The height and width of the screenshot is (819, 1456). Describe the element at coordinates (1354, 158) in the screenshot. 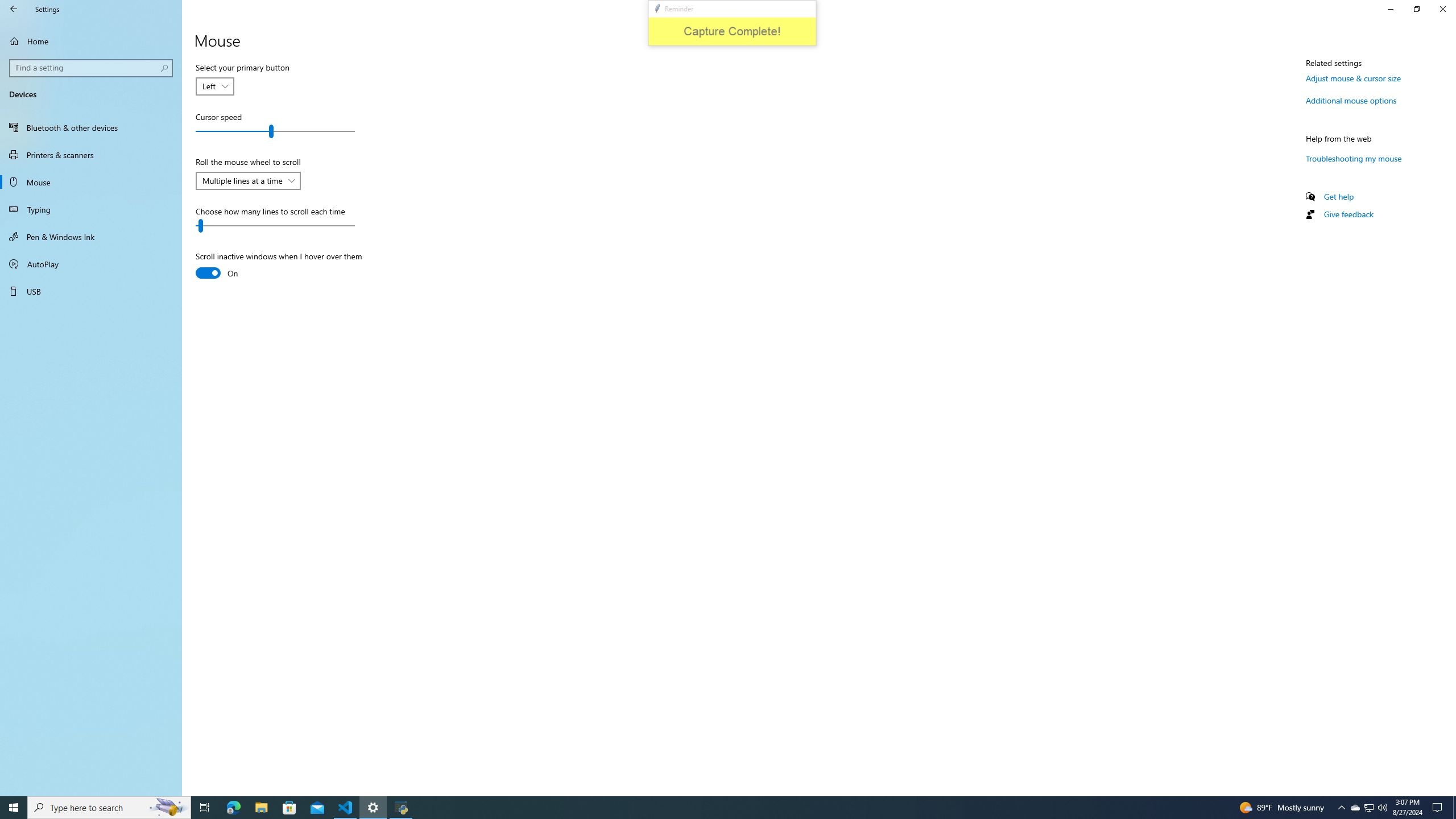

I see `'Troubleshooting my mouse'` at that location.